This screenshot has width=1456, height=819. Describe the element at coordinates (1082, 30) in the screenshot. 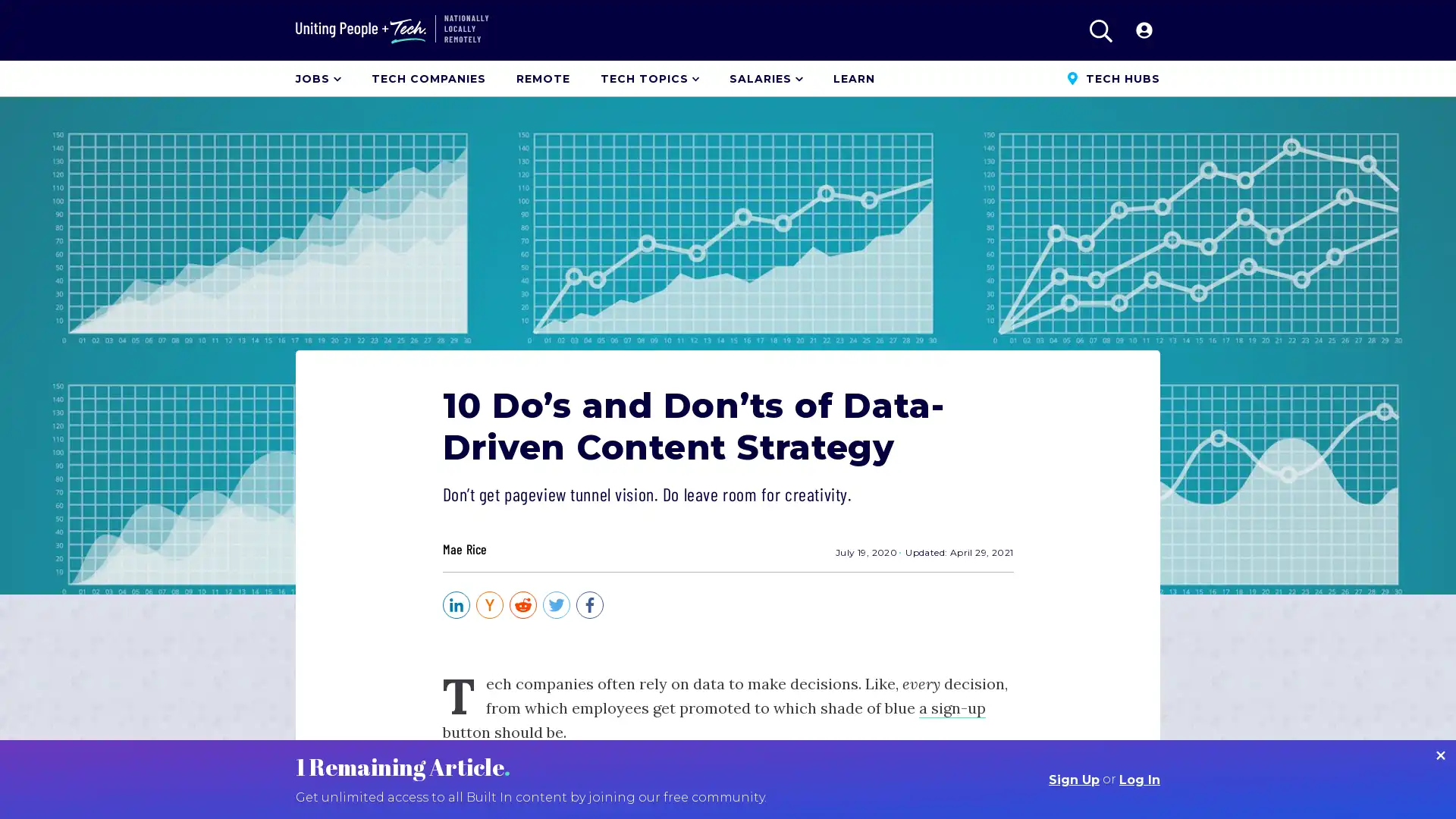

I see `JOIN` at that location.